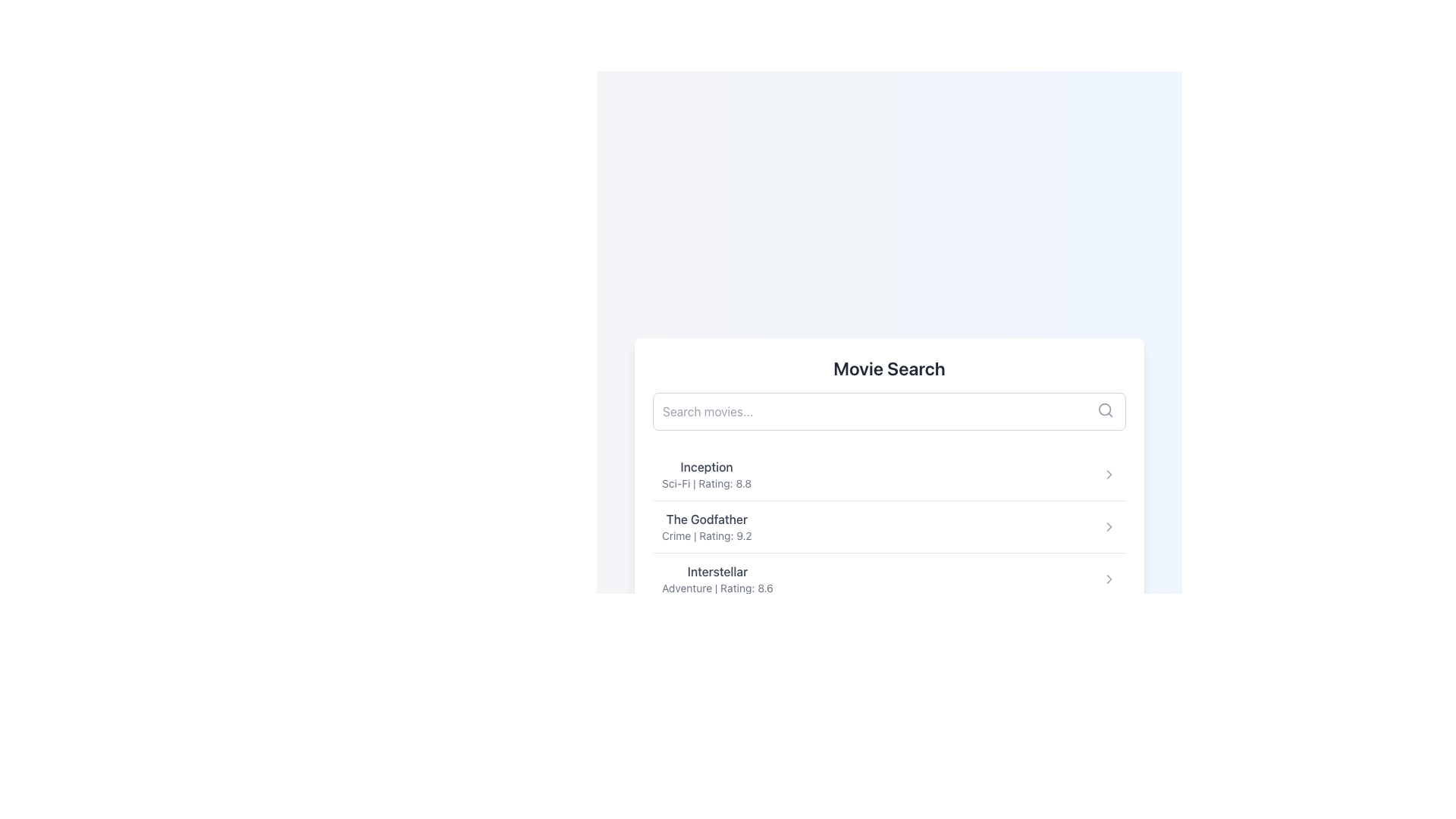 This screenshot has height=819, width=1456. What do you see at coordinates (889, 579) in the screenshot?
I see `the third item in the movie list` at bounding box center [889, 579].